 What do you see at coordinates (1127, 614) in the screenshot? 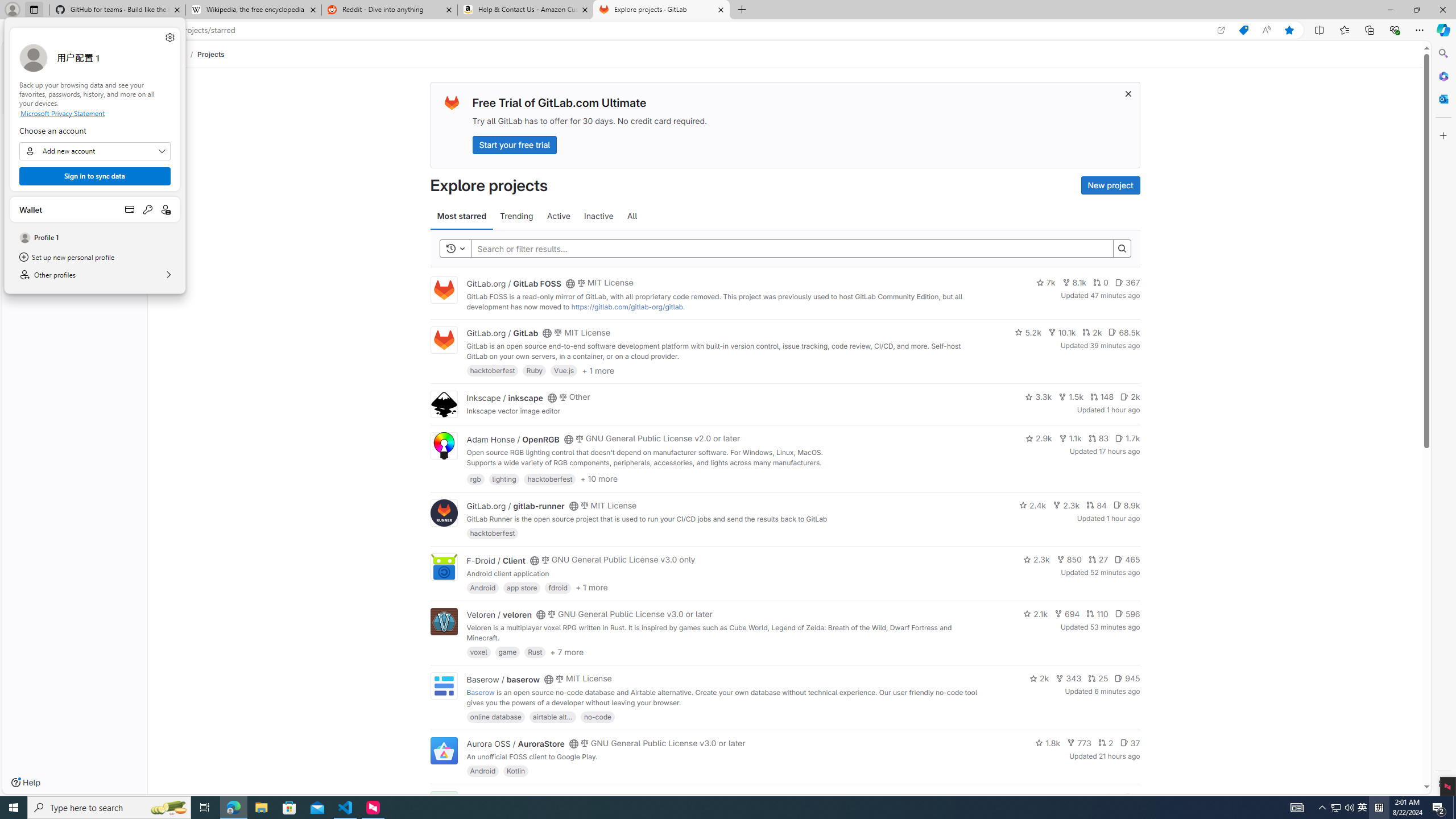
I see `'596'` at bounding box center [1127, 614].